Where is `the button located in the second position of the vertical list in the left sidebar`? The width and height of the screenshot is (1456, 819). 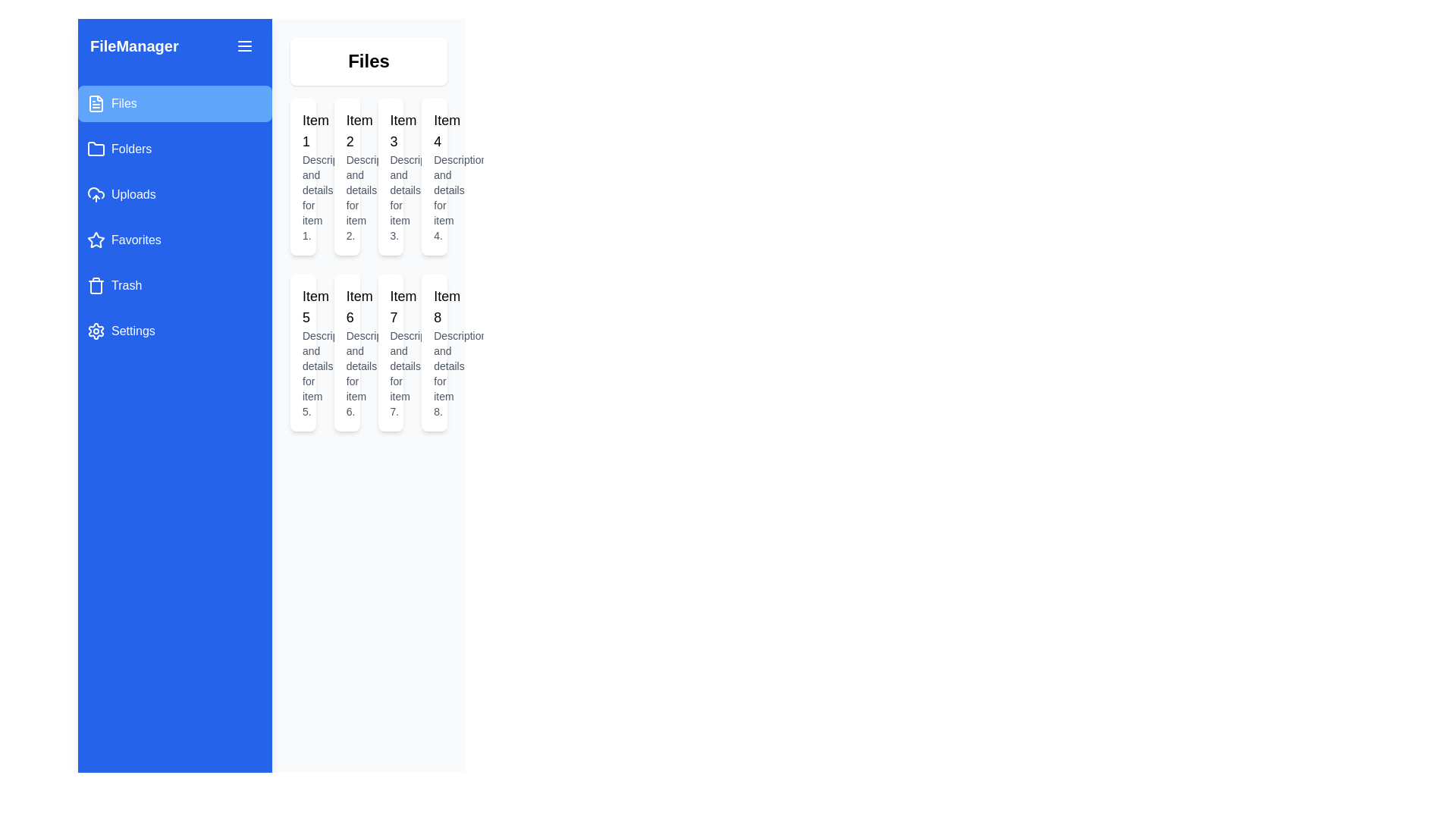 the button located in the second position of the vertical list in the left sidebar is located at coordinates (174, 149).